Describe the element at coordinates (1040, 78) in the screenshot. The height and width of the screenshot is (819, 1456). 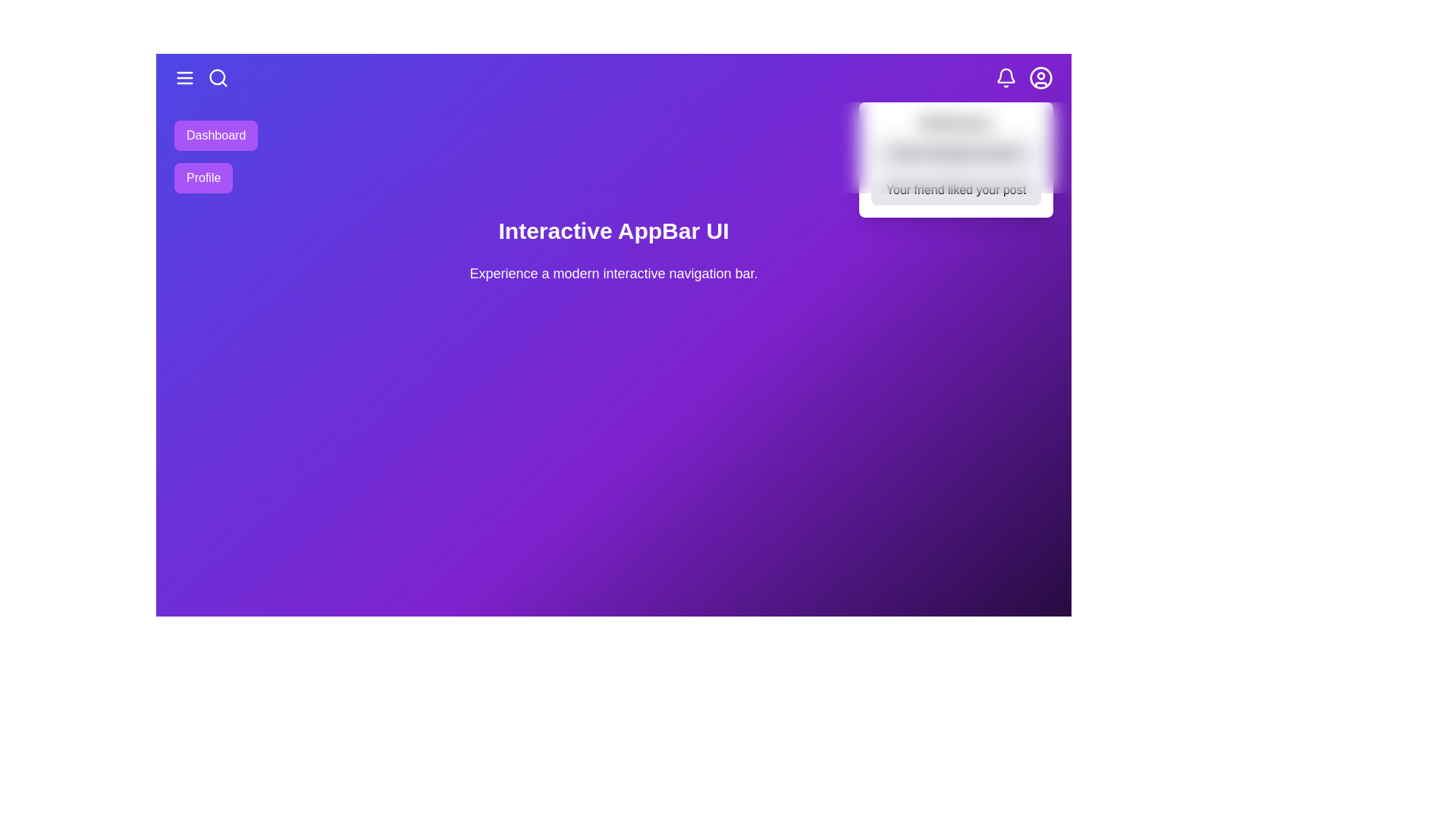
I see `the user icon to view user options` at that location.